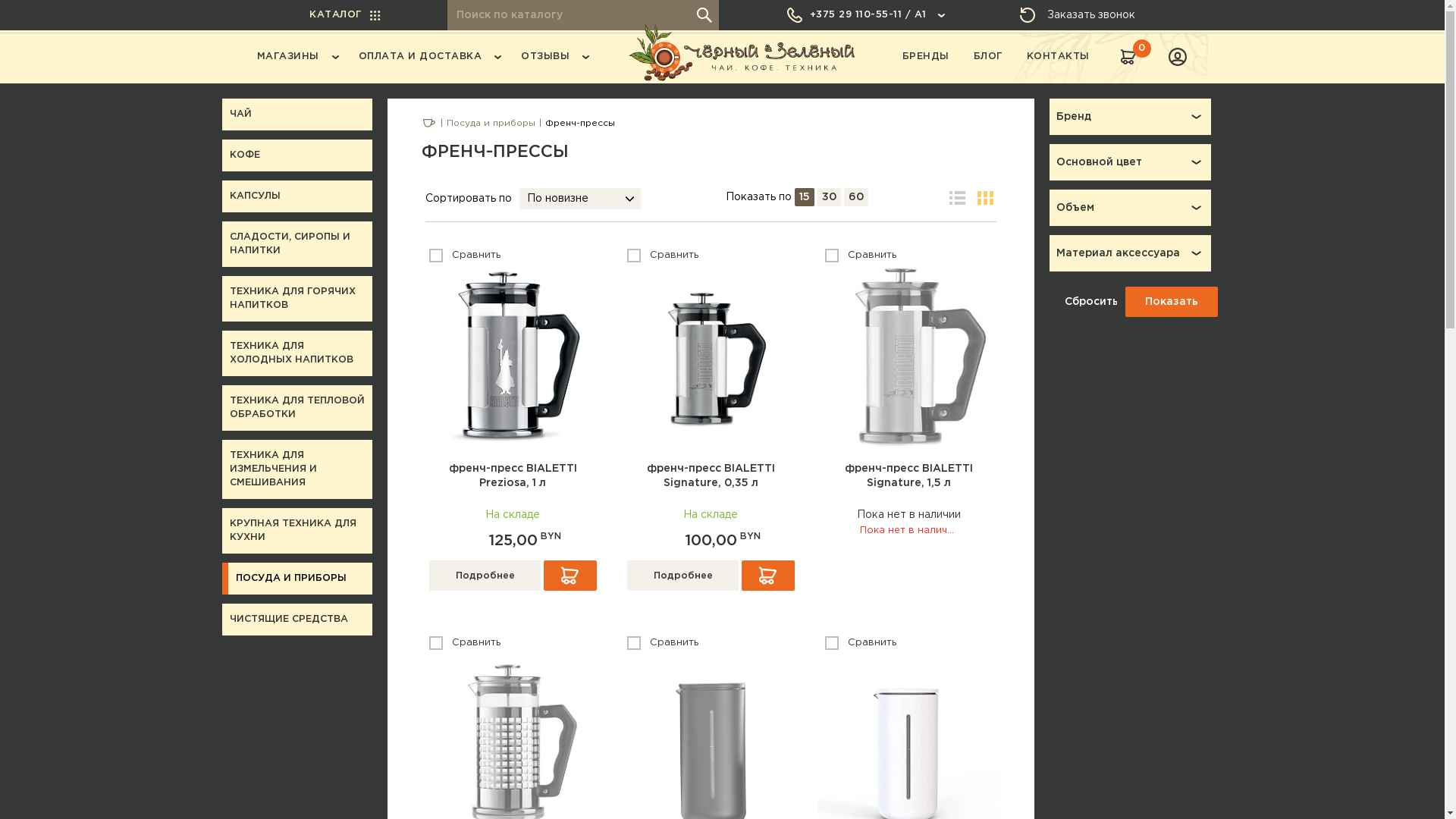 The width and height of the screenshot is (1456, 819). Describe the element at coordinates (1128, 55) in the screenshot. I see `'0'` at that location.